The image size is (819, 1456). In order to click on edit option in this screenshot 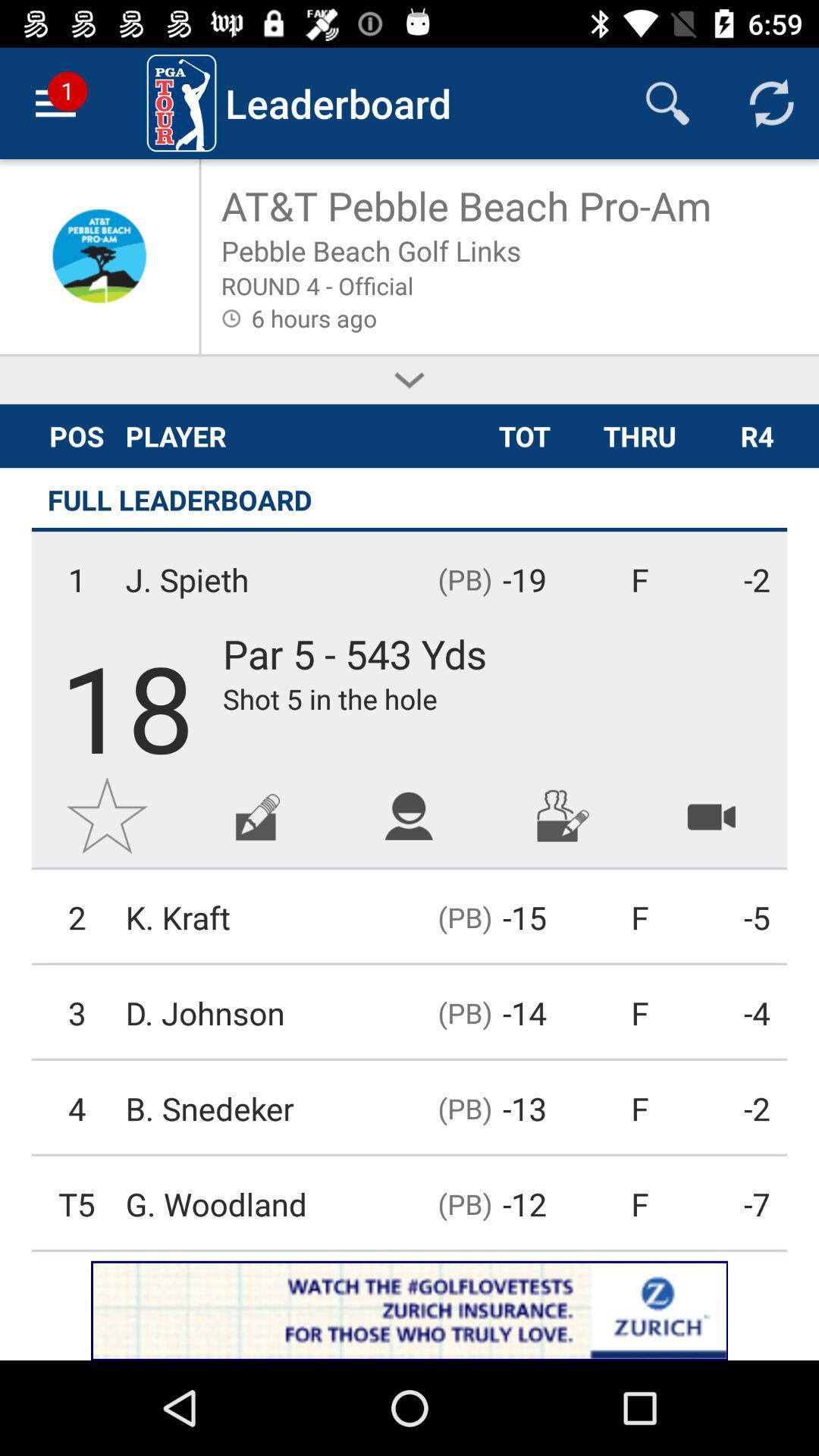, I will do `click(257, 814)`.